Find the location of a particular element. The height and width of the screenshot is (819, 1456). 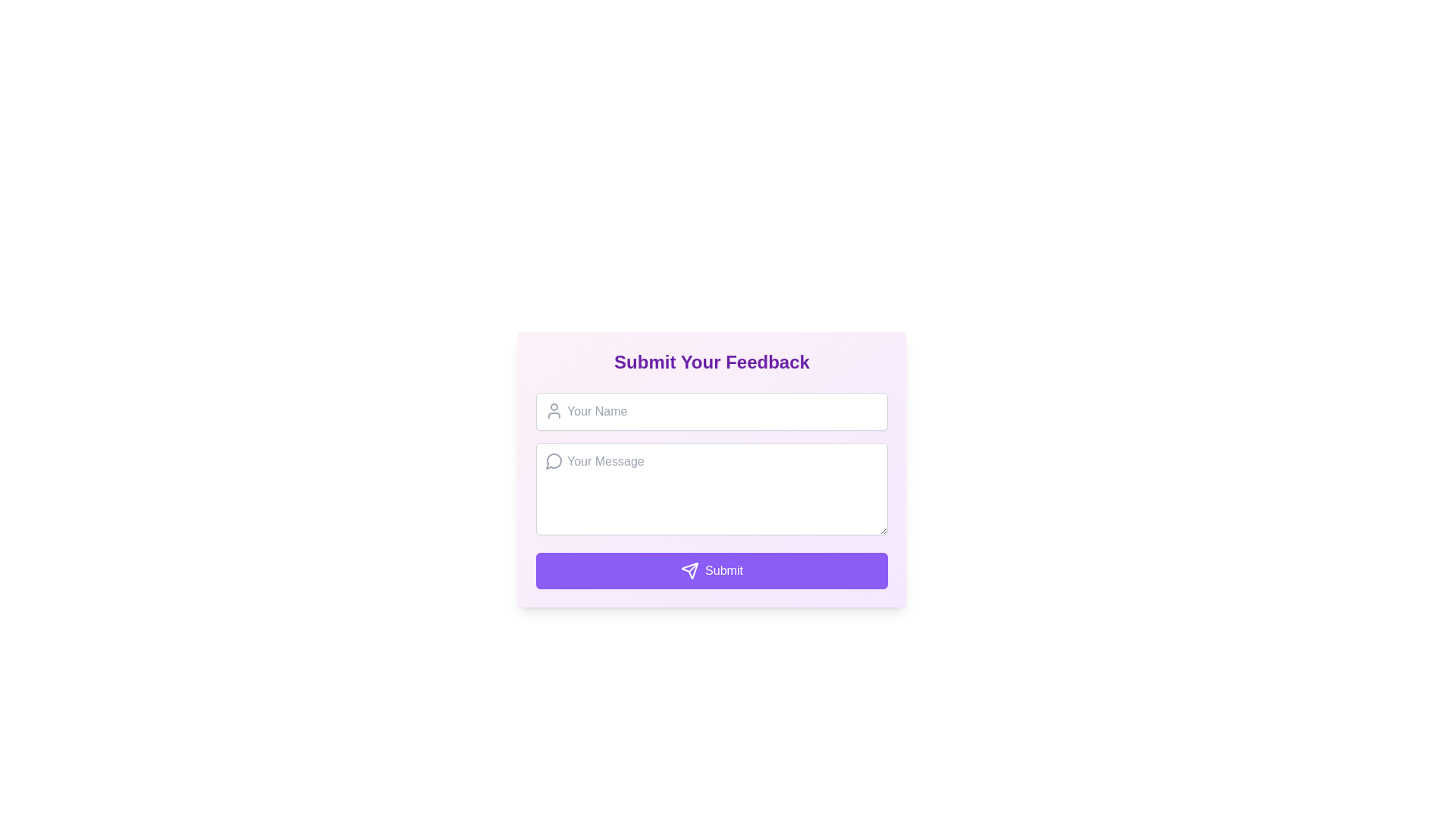

the Text label at the top of the feedback section, which indicates the purpose of the form to users is located at coordinates (711, 362).